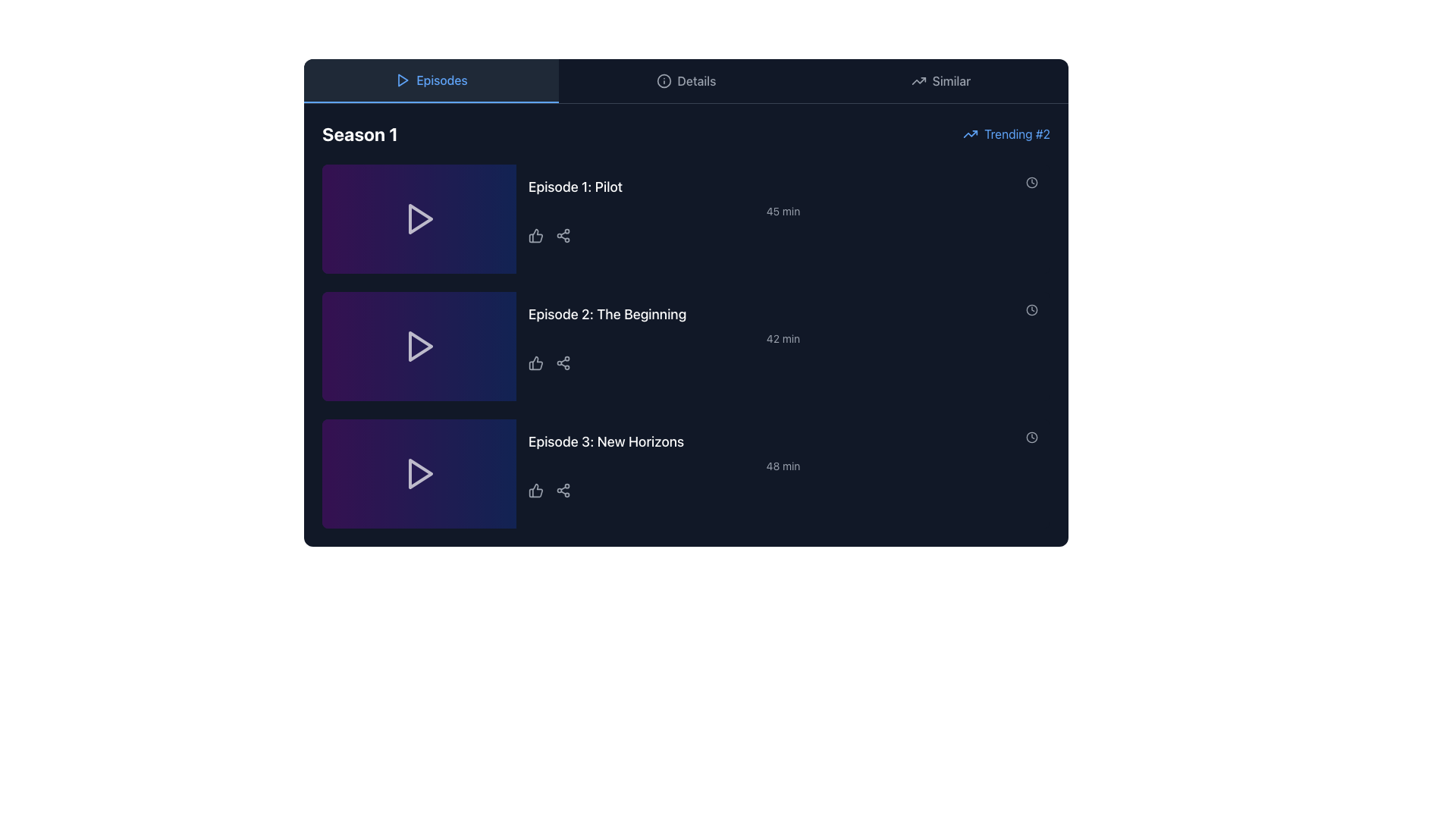 The width and height of the screenshot is (1456, 819). Describe the element at coordinates (607, 314) in the screenshot. I see `title text of the second episode in the series, located to the right of the video thumbnail and aligned with the second row of 'Season 1'` at that location.